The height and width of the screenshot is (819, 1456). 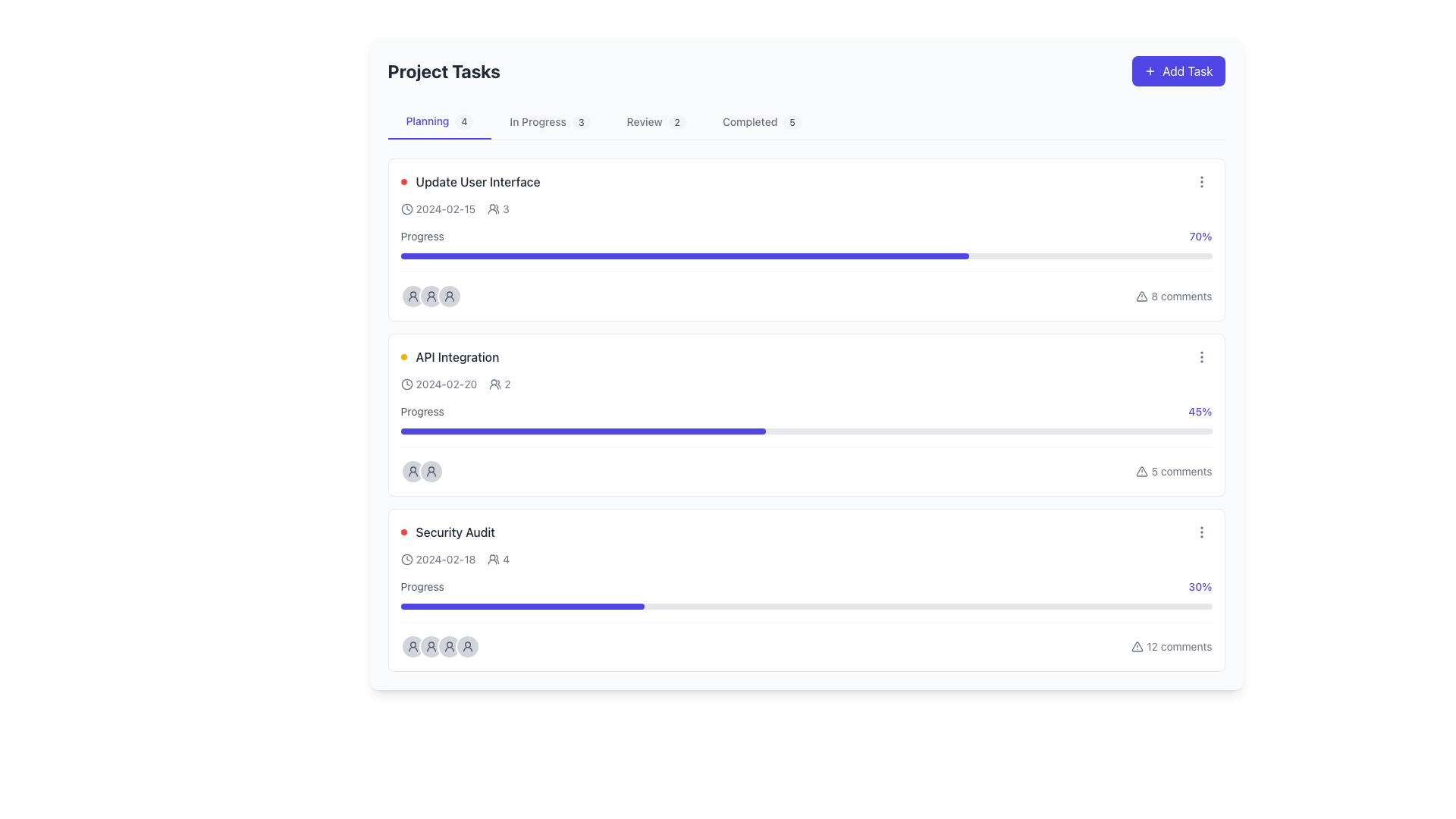 What do you see at coordinates (805, 431) in the screenshot?
I see `the second horizontal progress bar with a gray background and indigo progress indicator located in the 'Progress' section, which shows '45% progress'` at bounding box center [805, 431].